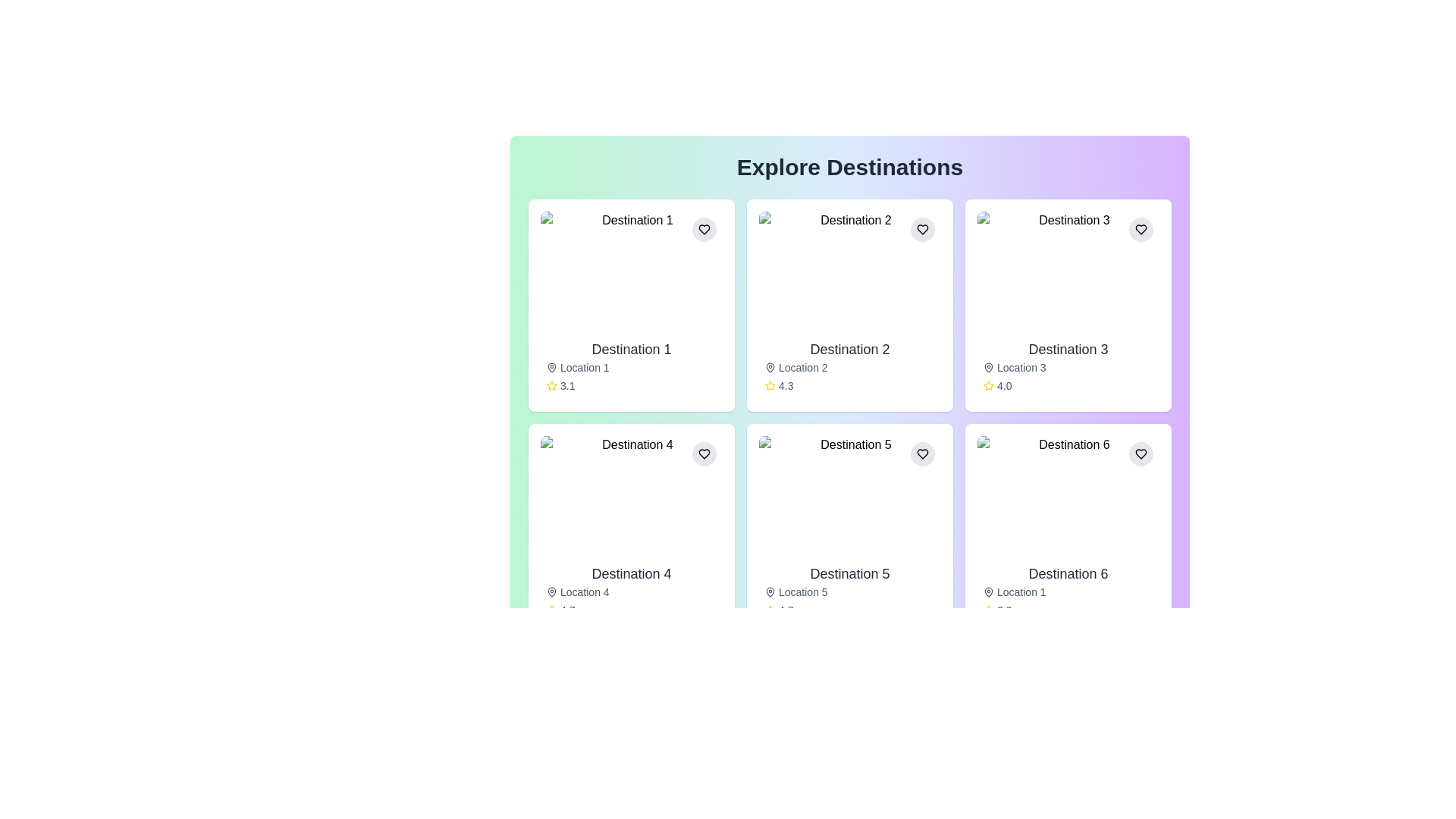  Describe the element at coordinates (632, 573) in the screenshot. I see `the text label 'Destination 4', which is styled with a large, bold font and gray color, located in the second row, first column of a grid layout` at that location.